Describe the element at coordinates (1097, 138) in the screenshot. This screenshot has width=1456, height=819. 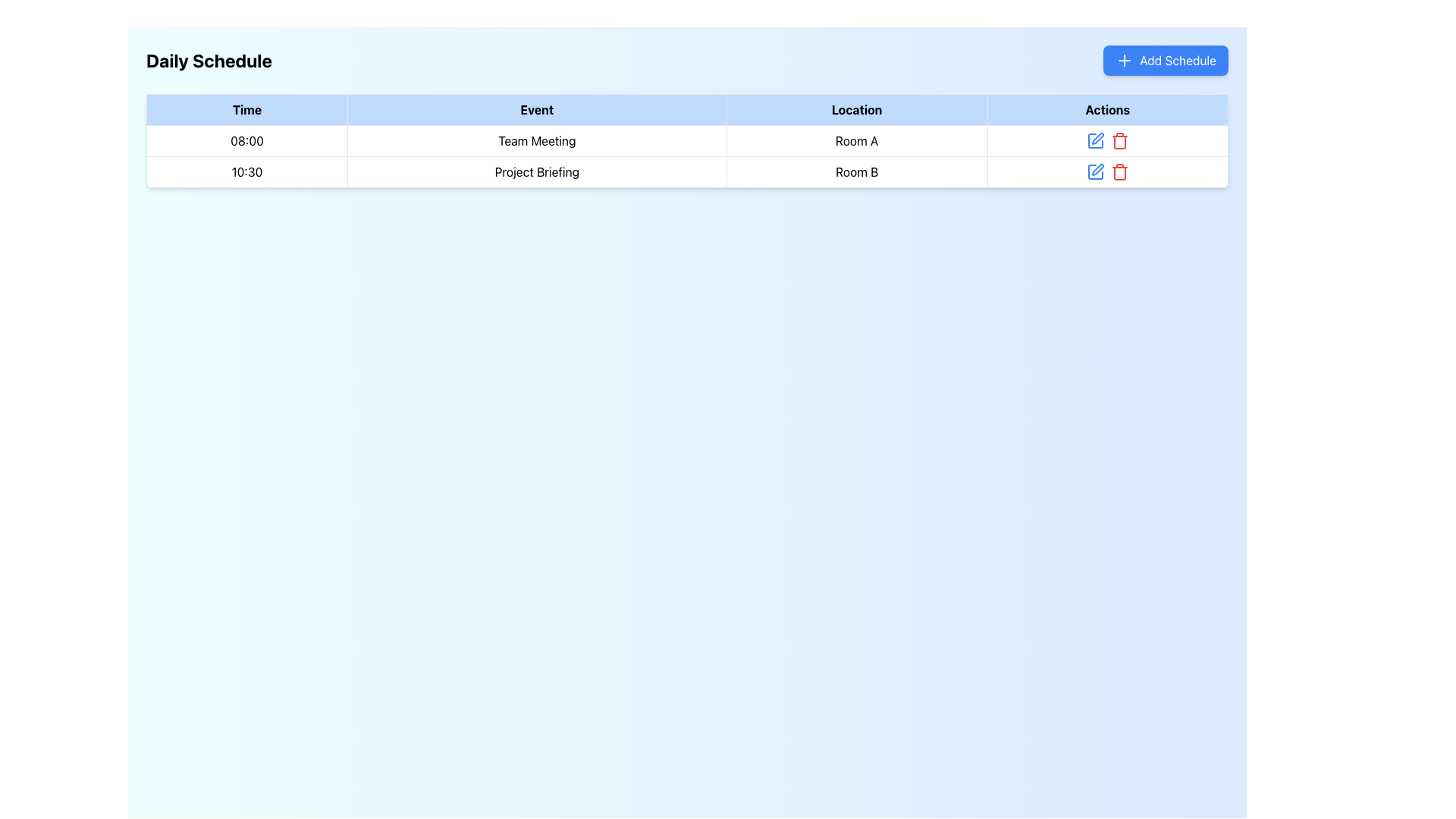
I see `the edit button for the 'Team Meeting' entry in the schedule` at that location.